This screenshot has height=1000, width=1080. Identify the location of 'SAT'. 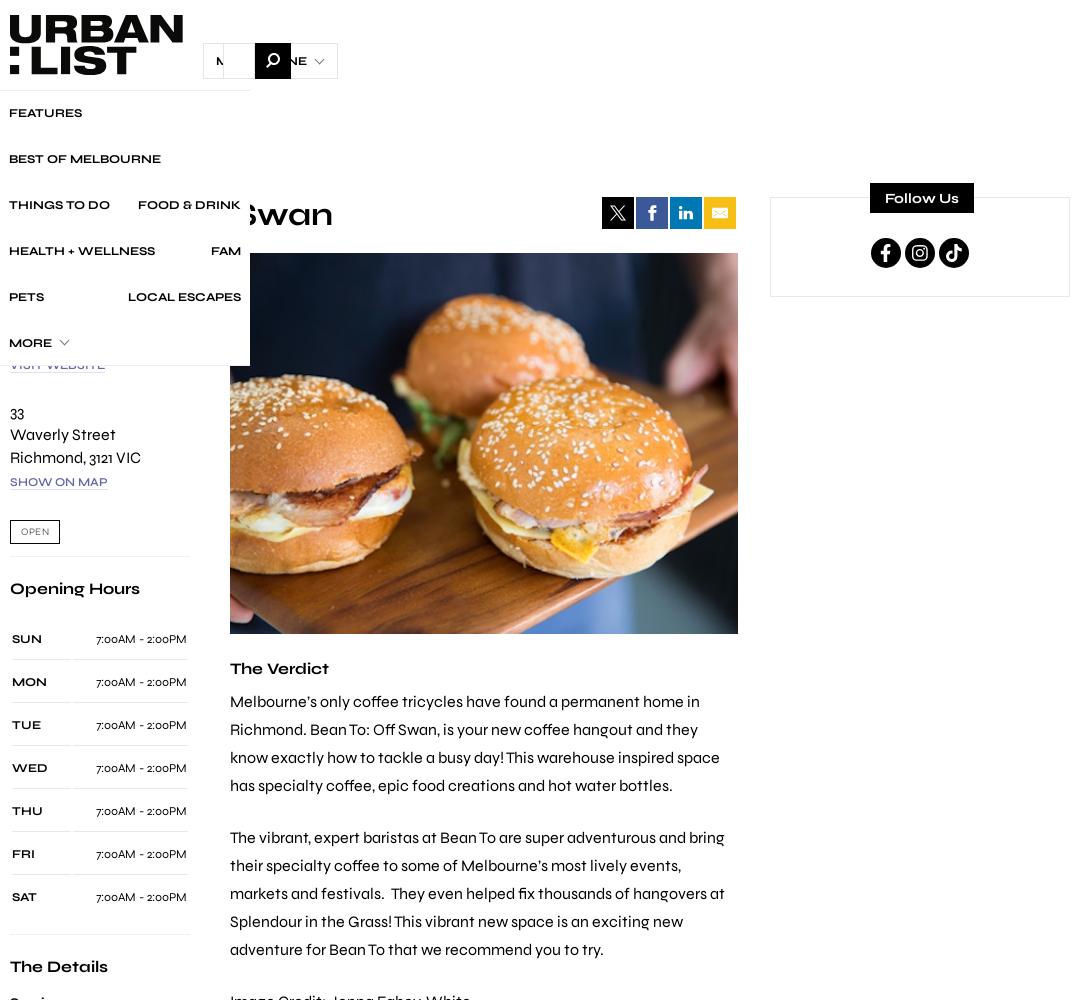
(24, 896).